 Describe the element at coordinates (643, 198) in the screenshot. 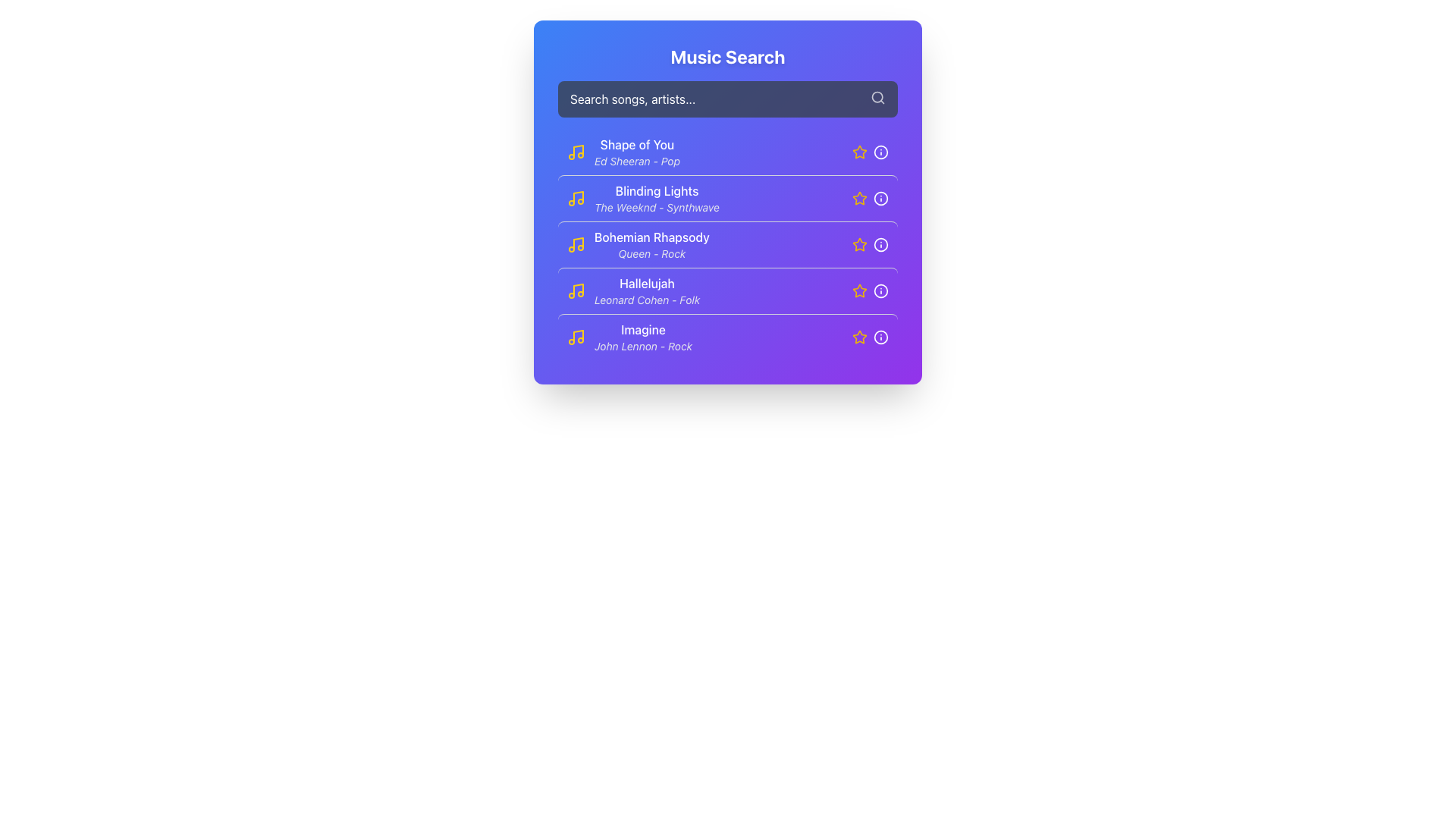

I see `to select the track titled 'Blinding Lights' by The Weeknd for a detailed view` at that location.